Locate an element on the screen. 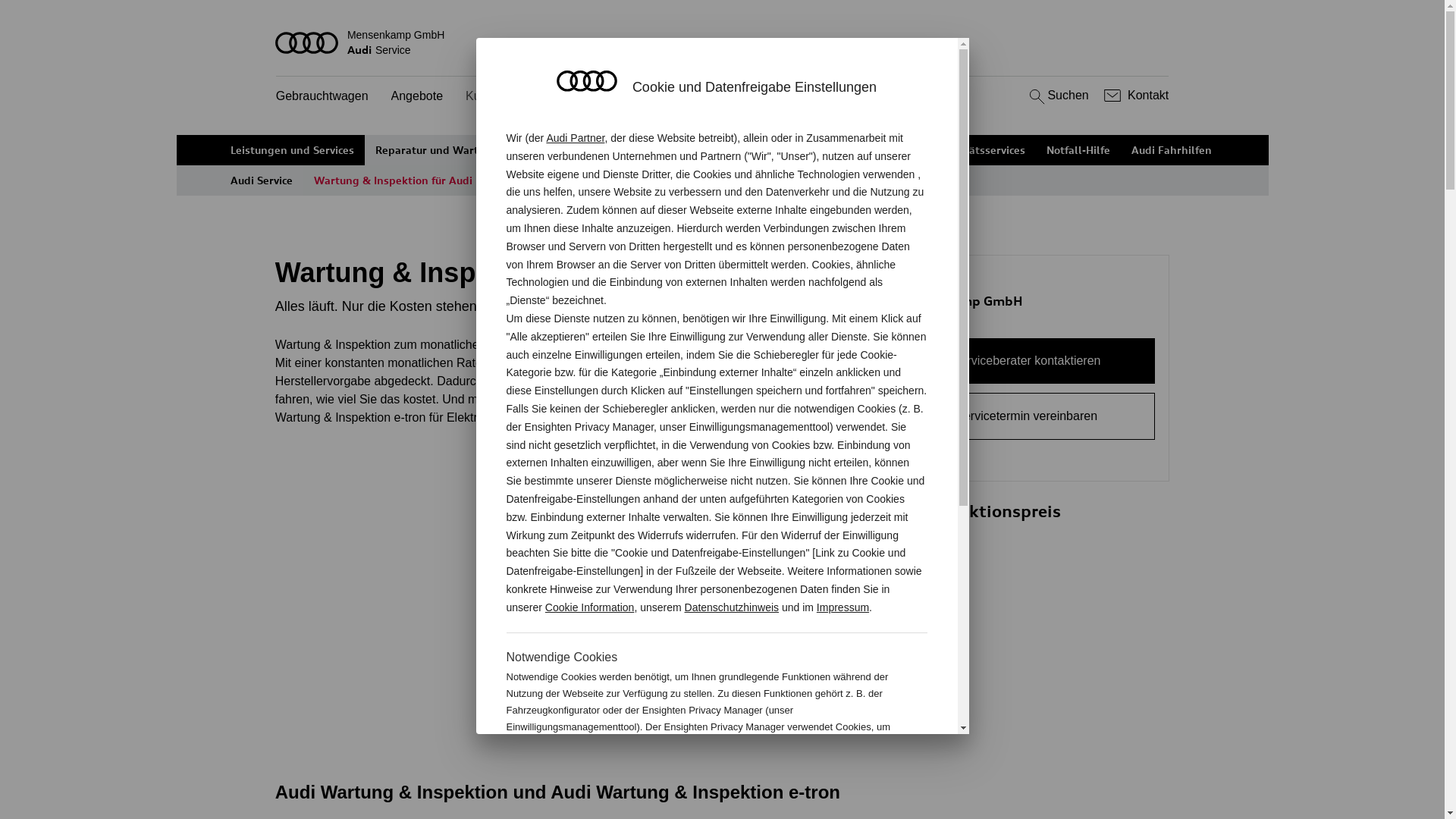  'Reparatur und Wartung' is located at coordinates (436, 149).